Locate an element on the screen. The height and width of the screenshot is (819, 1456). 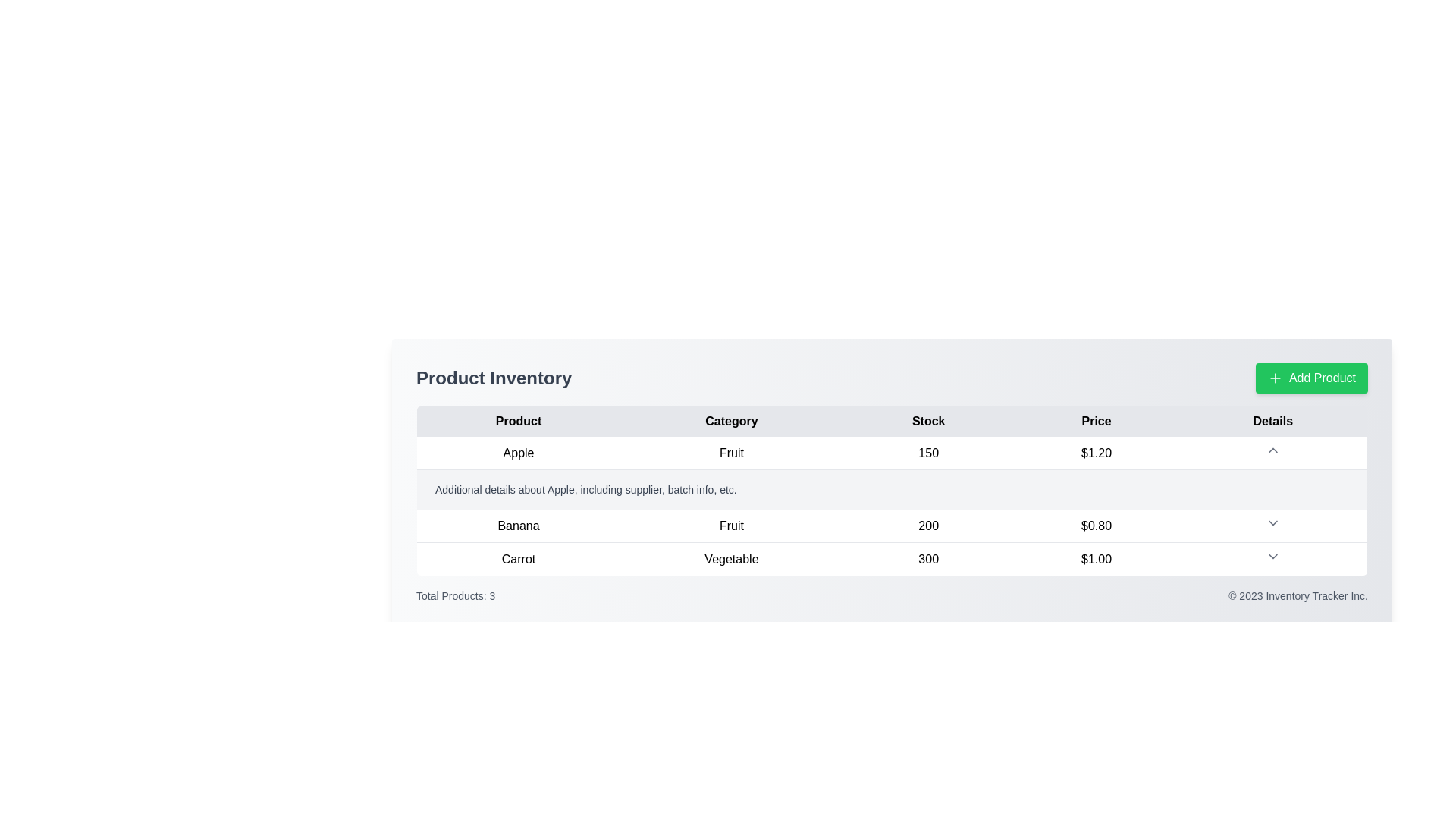
text from the Table Header Label indicating the price information of items, located at the fourth position in the header row of the table is located at coordinates (1097, 421).